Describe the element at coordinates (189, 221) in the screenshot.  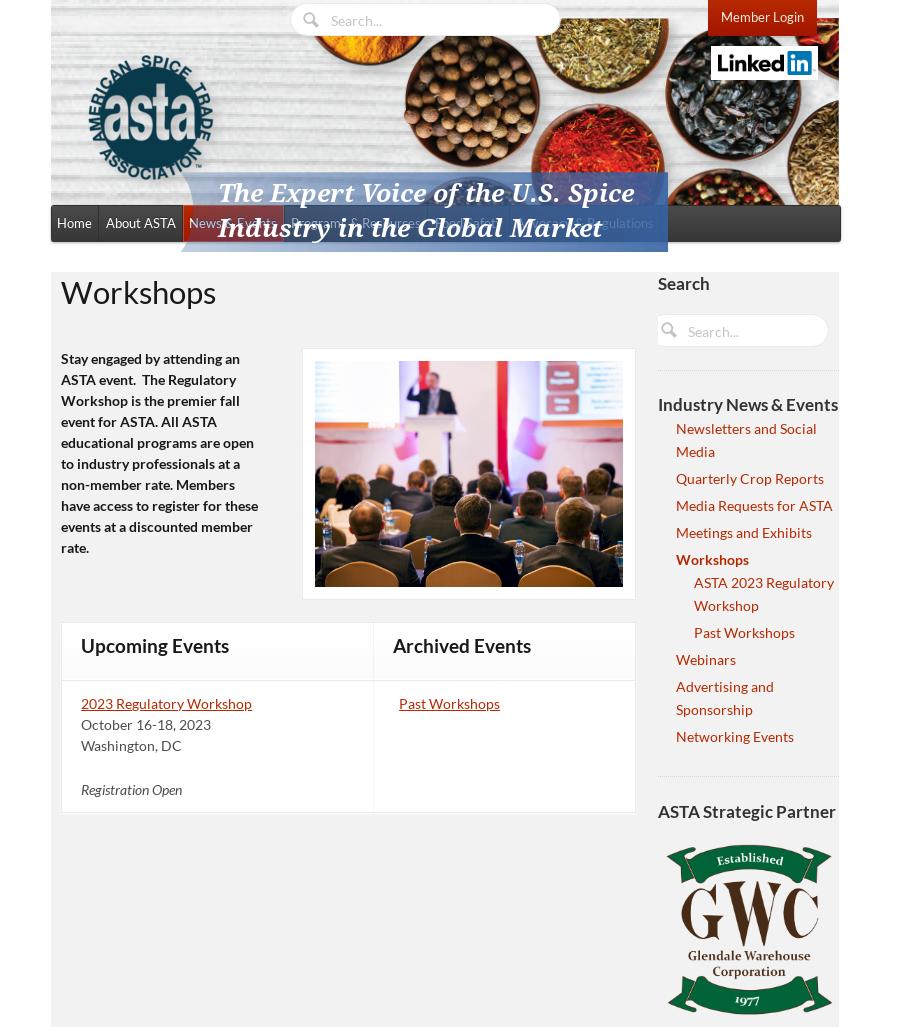
I see `'News & Events'` at that location.